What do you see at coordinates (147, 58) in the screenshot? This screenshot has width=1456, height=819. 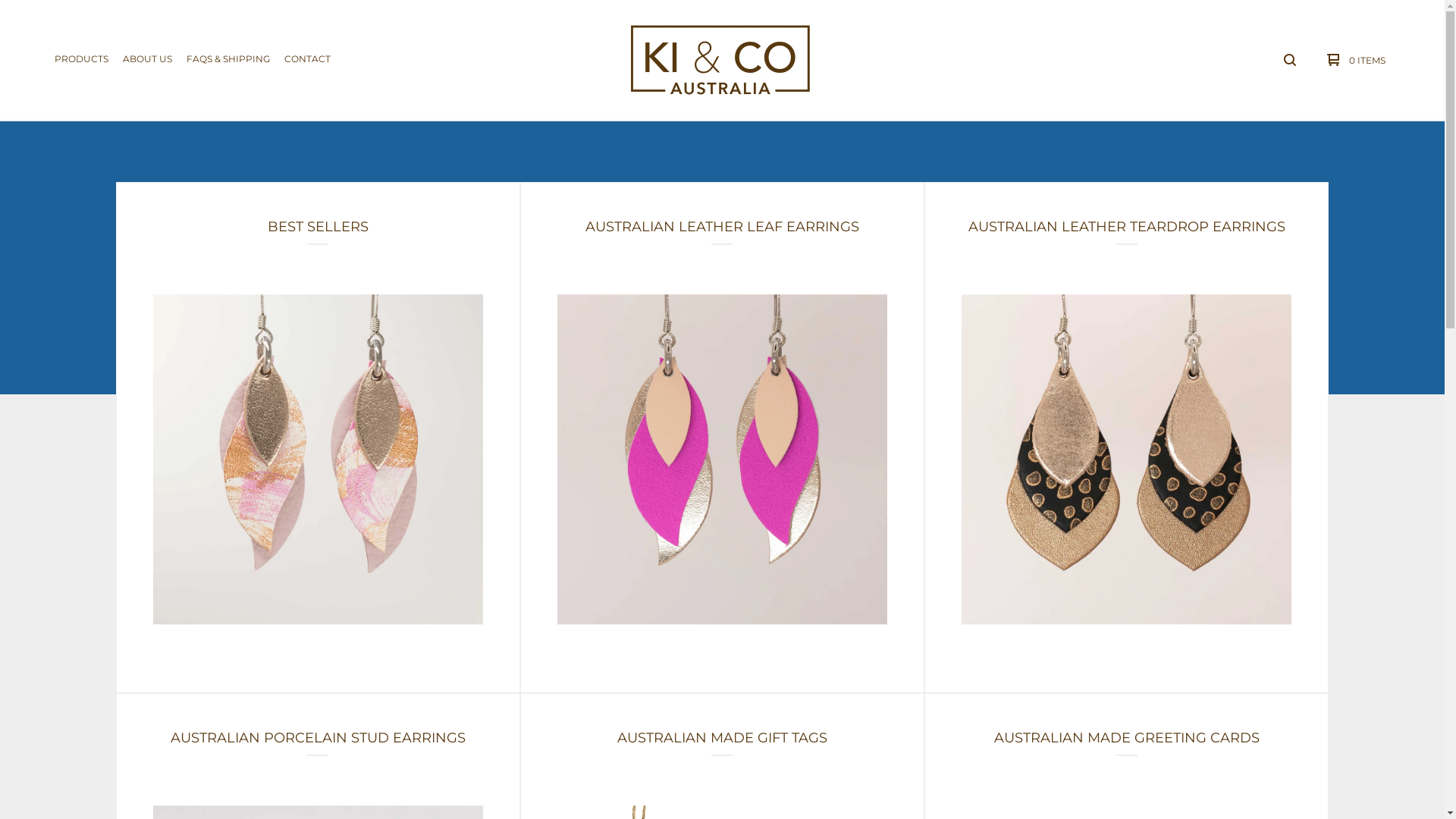 I see `'ABOUT US'` at bounding box center [147, 58].